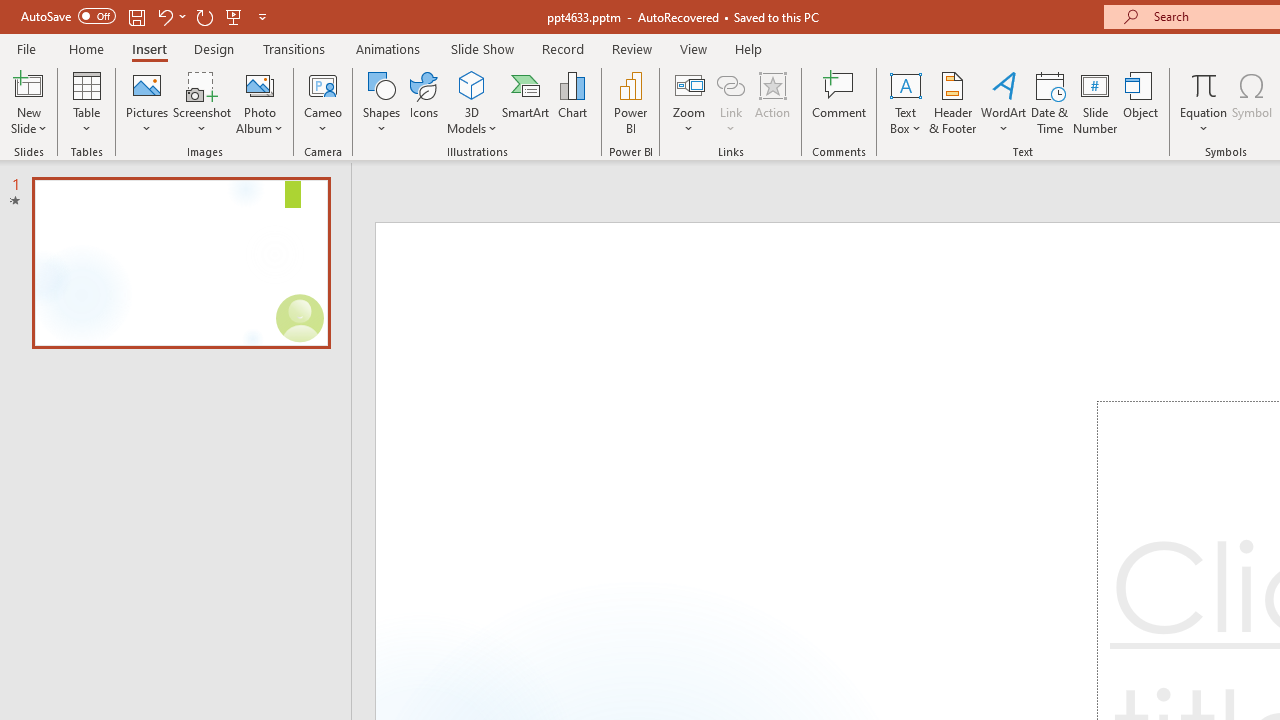 The width and height of the screenshot is (1280, 720). I want to click on 'Link', so click(730, 84).